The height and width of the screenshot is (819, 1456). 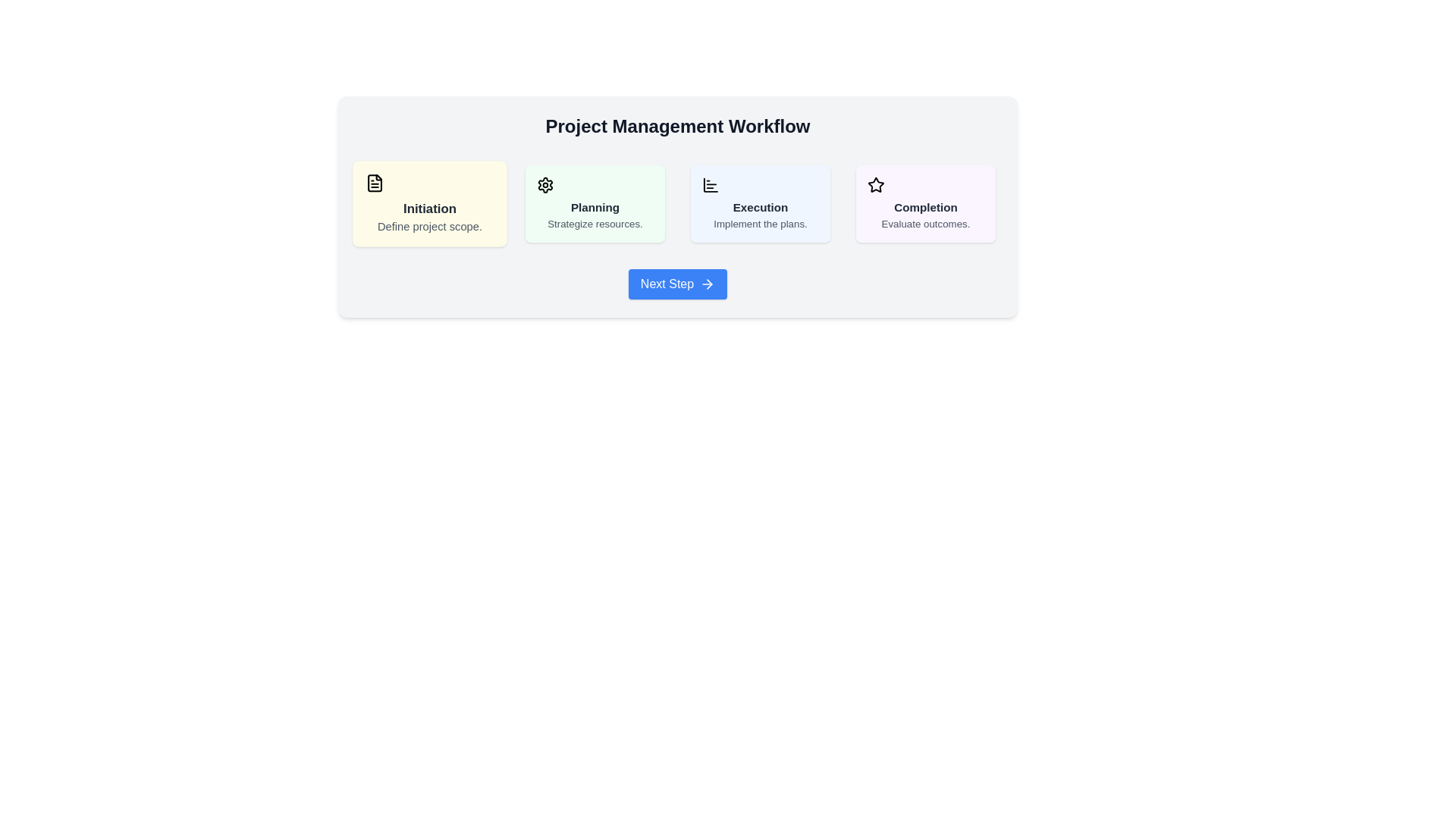 What do you see at coordinates (428, 203) in the screenshot?
I see `the 'Initiation' stage card, which is the leftmost card in a project management workflow` at bounding box center [428, 203].